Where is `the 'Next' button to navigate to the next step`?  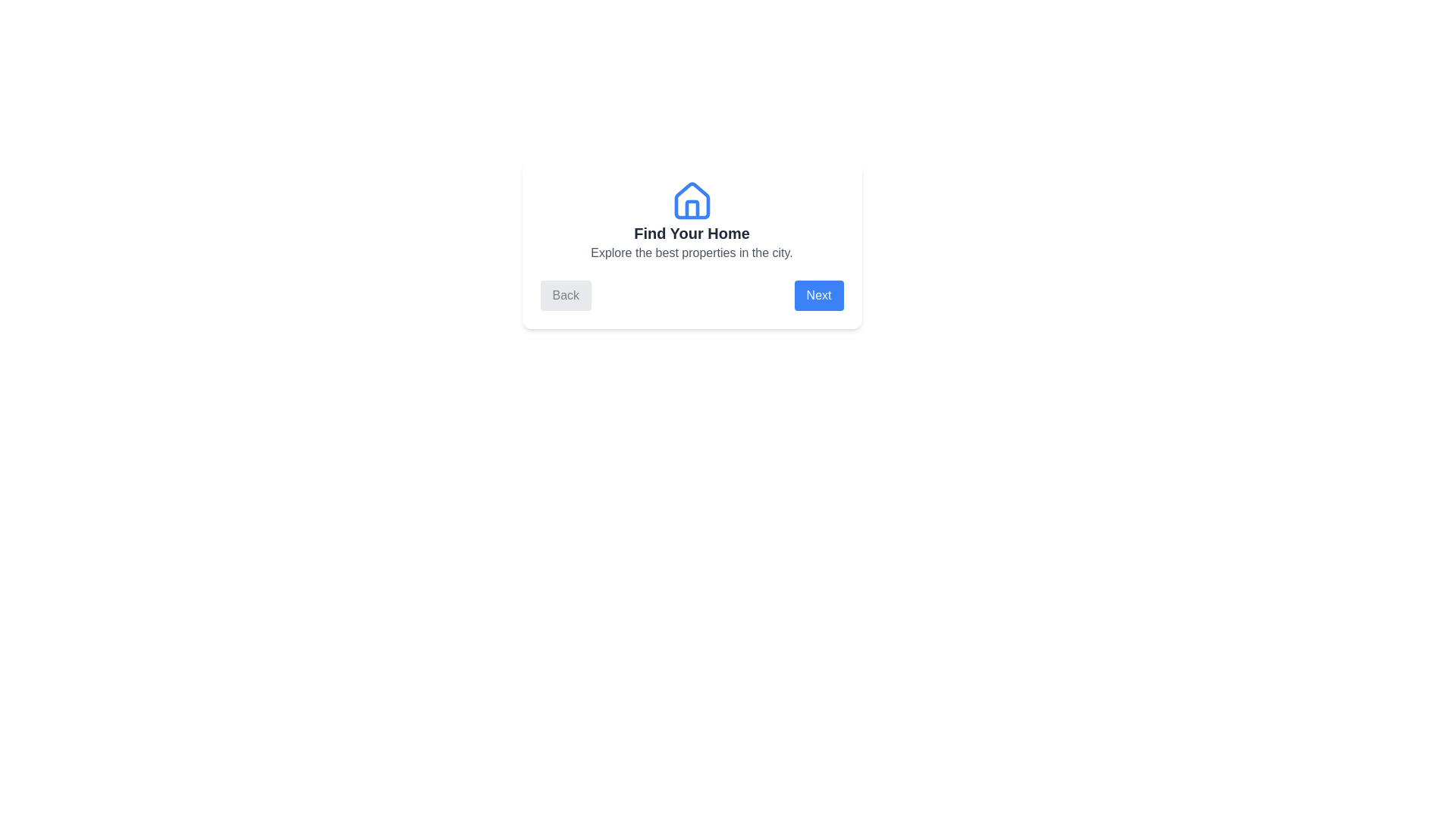
the 'Next' button to navigate to the next step is located at coordinates (818, 295).